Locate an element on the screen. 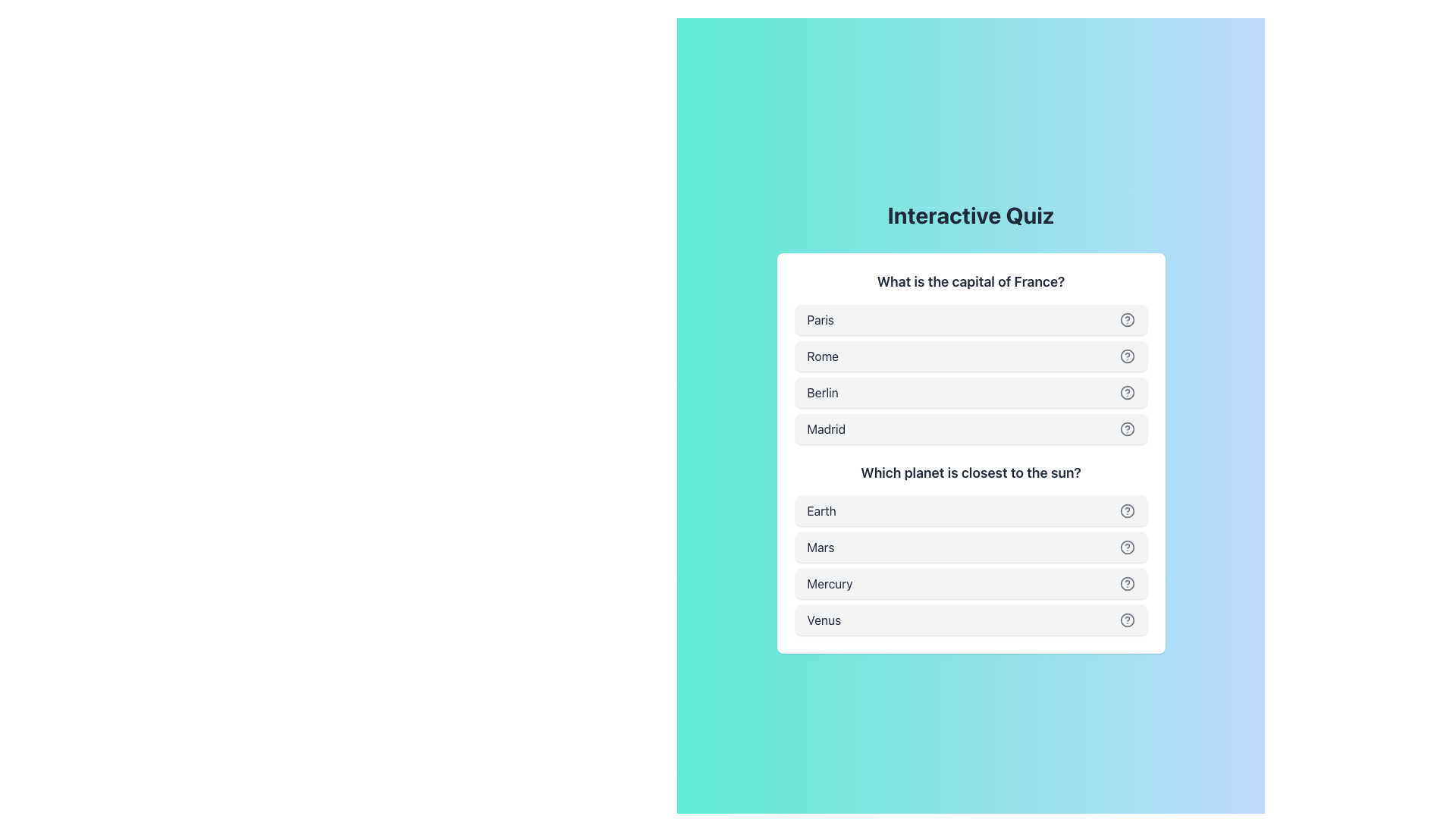 This screenshot has height=819, width=1456. the button labeled 'Madrid' which is the fourth item in a vertical list is located at coordinates (971, 429).